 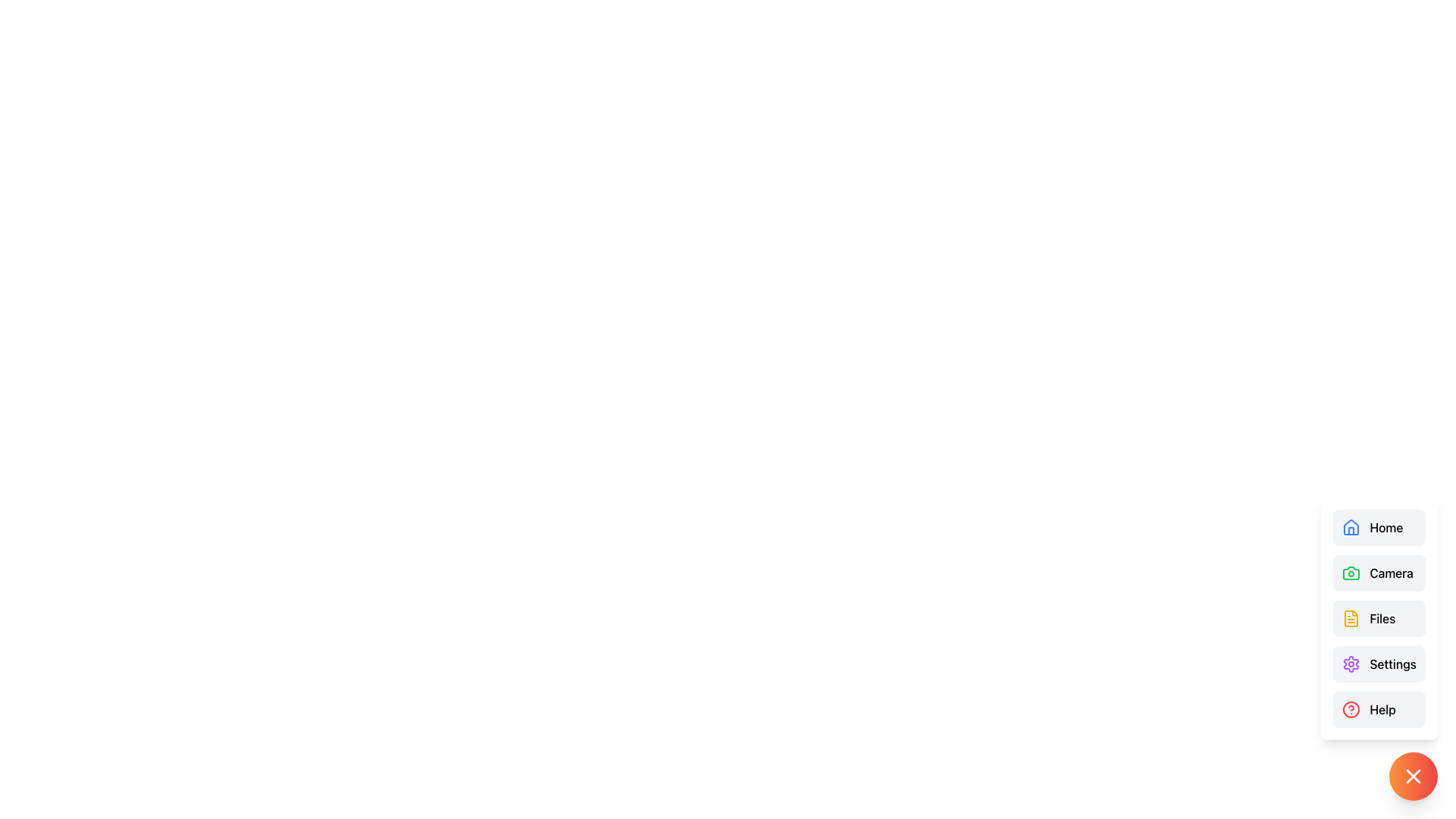 What do you see at coordinates (1351, 619) in the screenshot?
I see `the 'Files' icon in the bottom-right corner of the vertical navigation menu` at bounding box center [1351, 619].